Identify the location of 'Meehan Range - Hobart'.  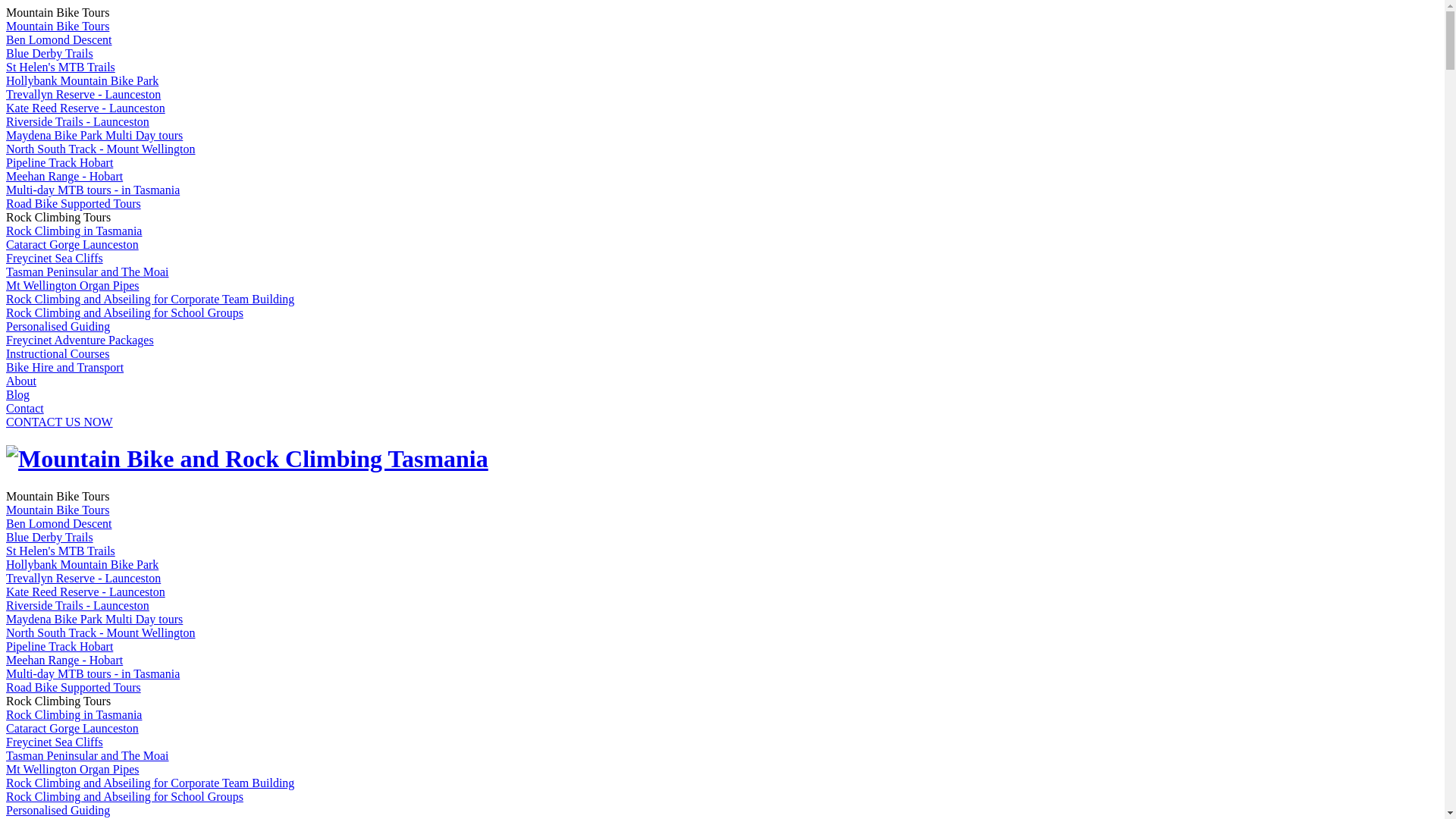
(64, 659).